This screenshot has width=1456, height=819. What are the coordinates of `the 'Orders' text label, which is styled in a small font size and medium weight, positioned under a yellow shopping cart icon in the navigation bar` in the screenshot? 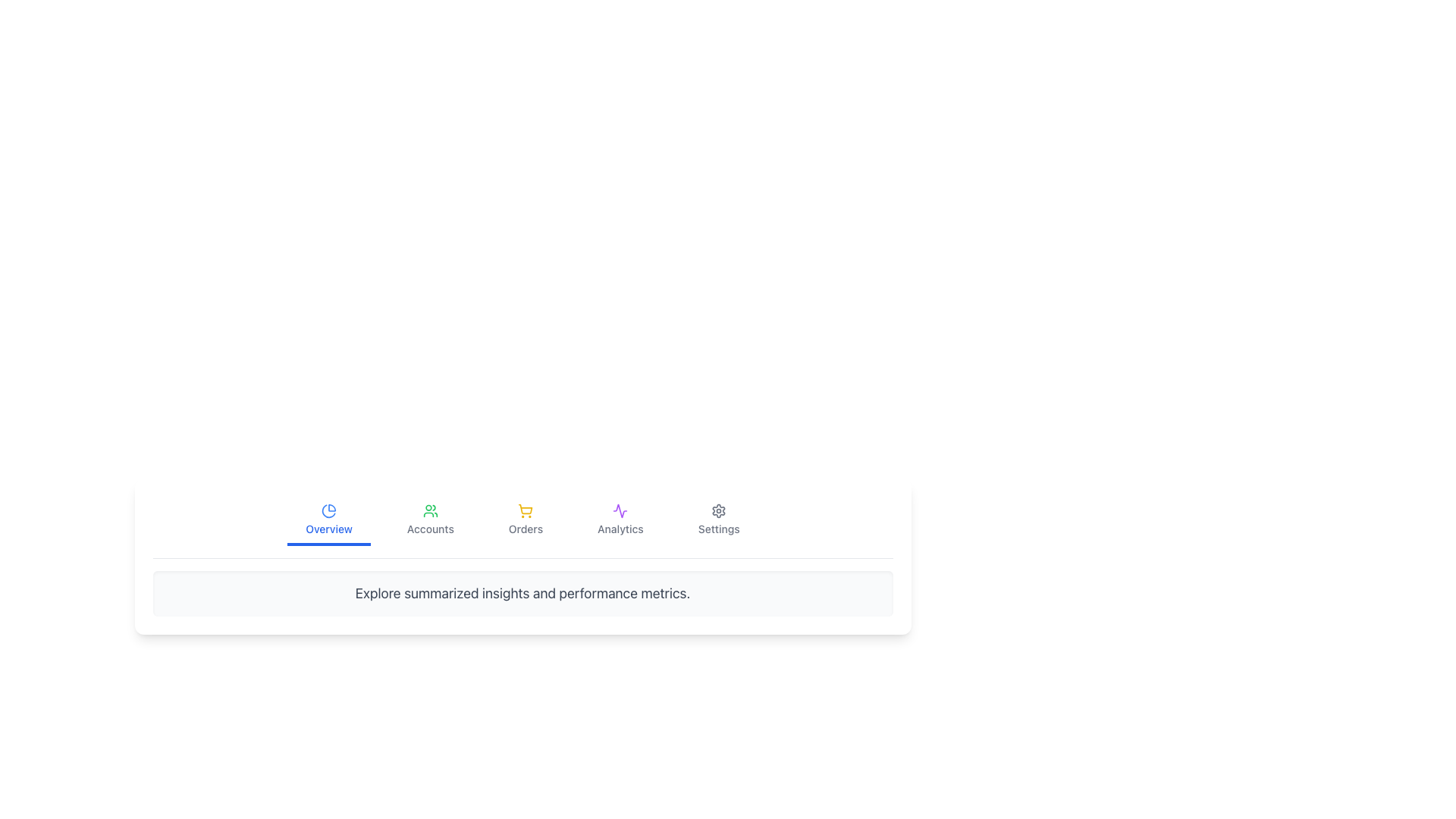 It's located at (526, 529).